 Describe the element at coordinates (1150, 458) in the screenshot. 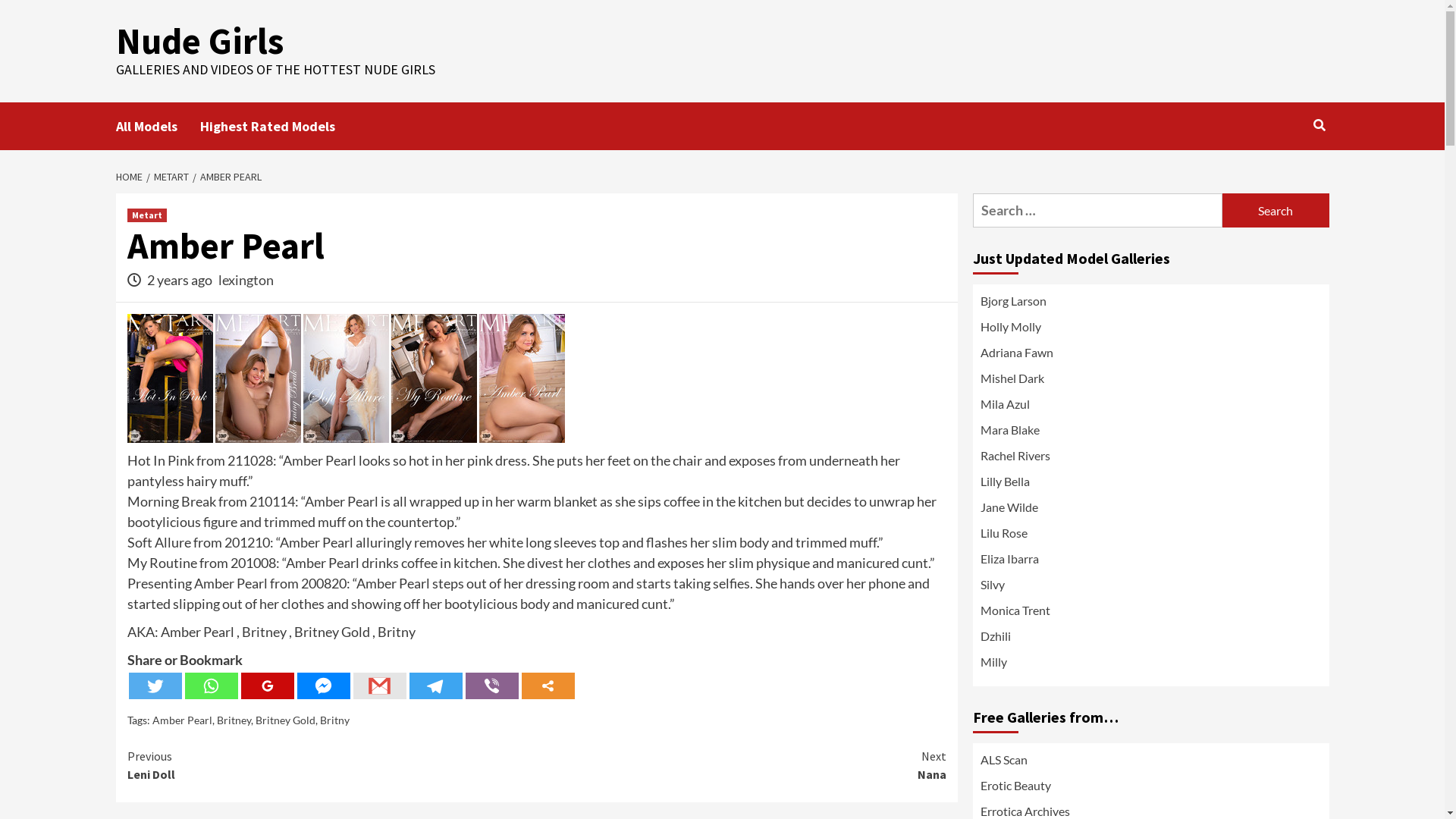

I see `'Rachel Rivers'` at that location.